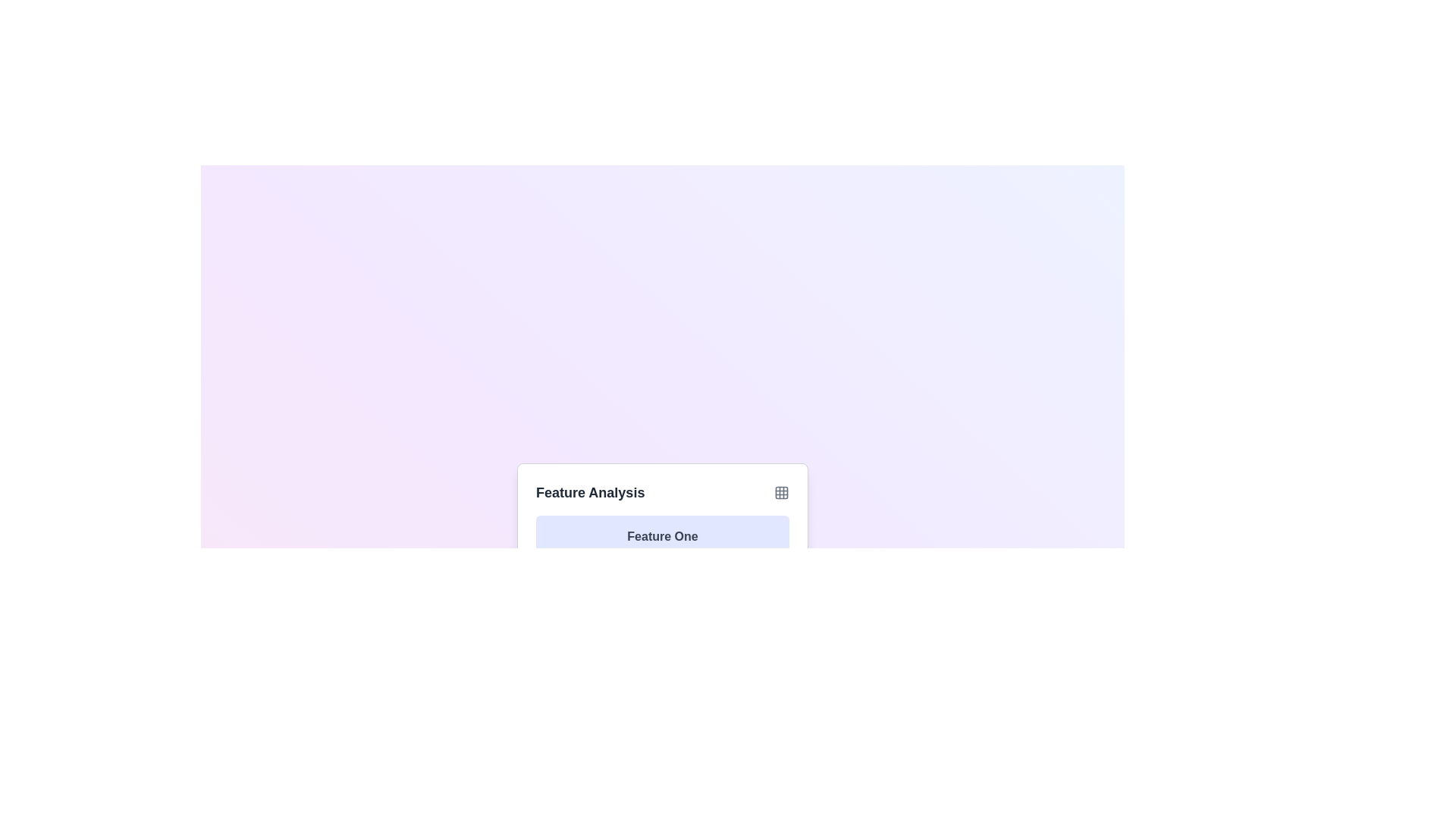 The width and height of the screenshot is (1456, 819). What do you see at coordinates (782, 493) in the screenshot?
I see `the grid icon represented by the top-left square of the 3x3 grid in the 'Feature Analysis' section` at bounding box center [782, 493].